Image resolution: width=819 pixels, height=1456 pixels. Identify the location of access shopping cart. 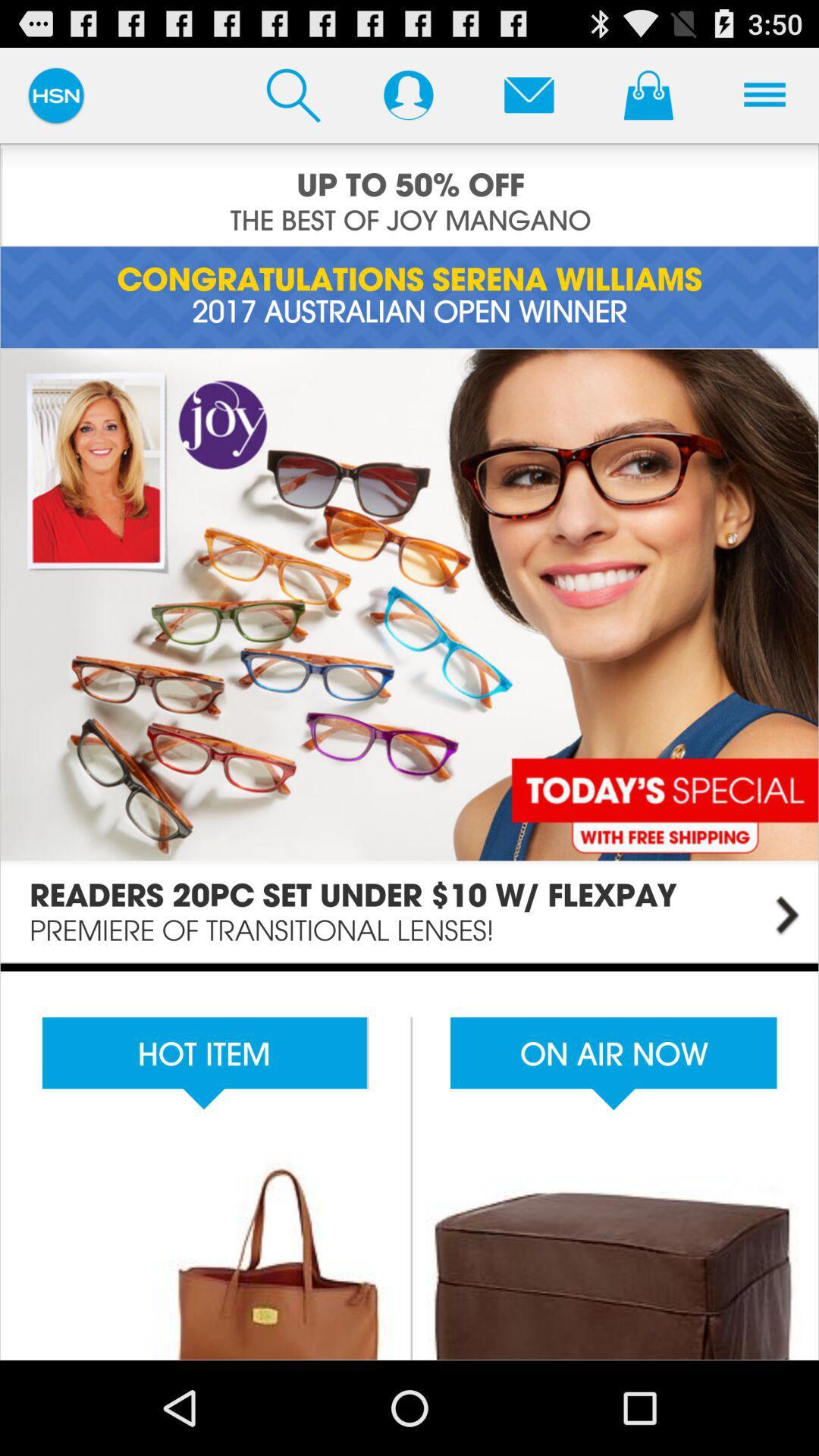
(648, 94).